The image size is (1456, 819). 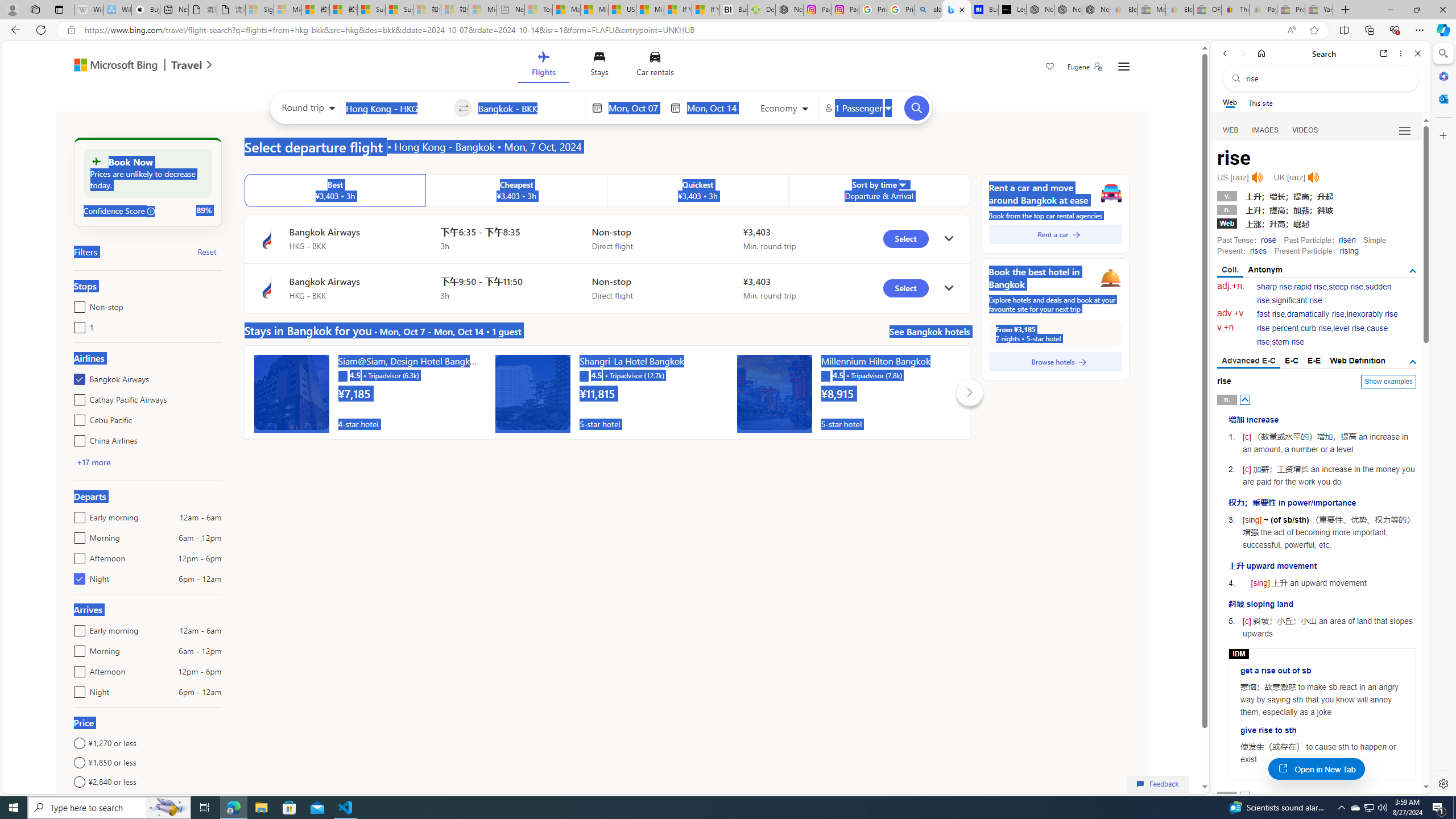 I want to click on 'WEB', so click(x=1231, y=130).